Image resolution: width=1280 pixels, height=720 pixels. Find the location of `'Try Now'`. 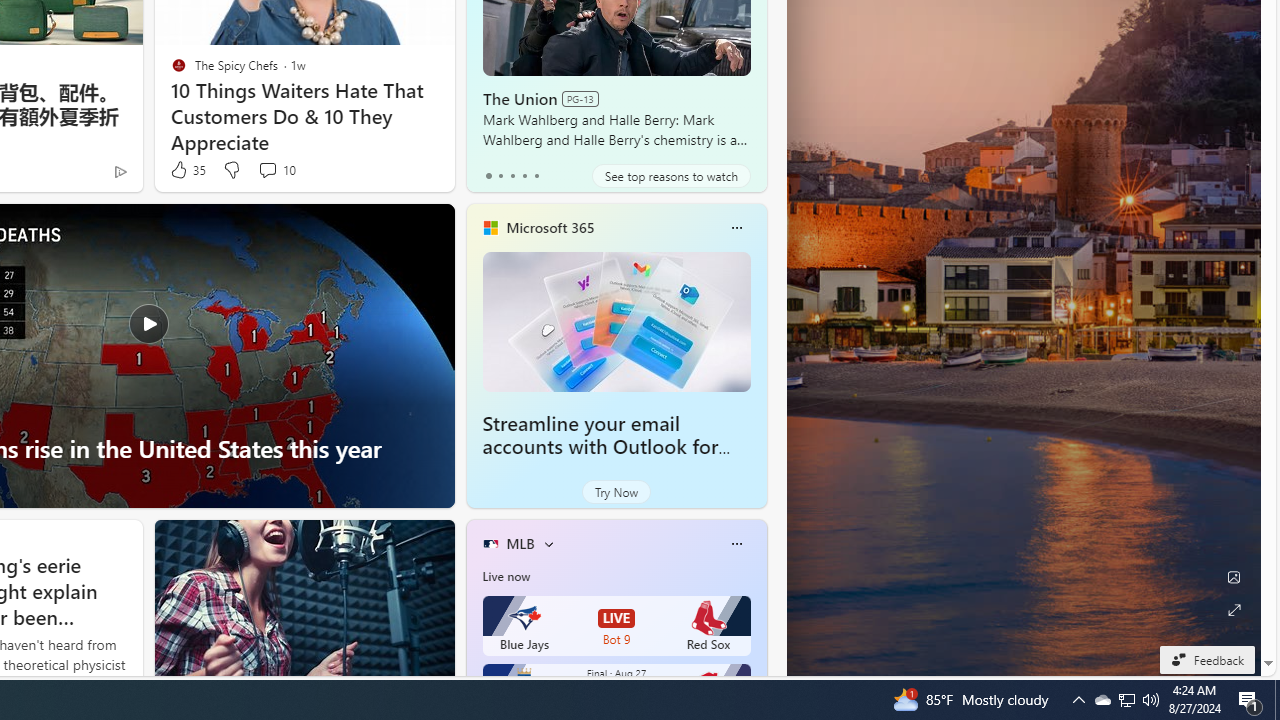

'Try Now' is located at coordinates (615, 492).